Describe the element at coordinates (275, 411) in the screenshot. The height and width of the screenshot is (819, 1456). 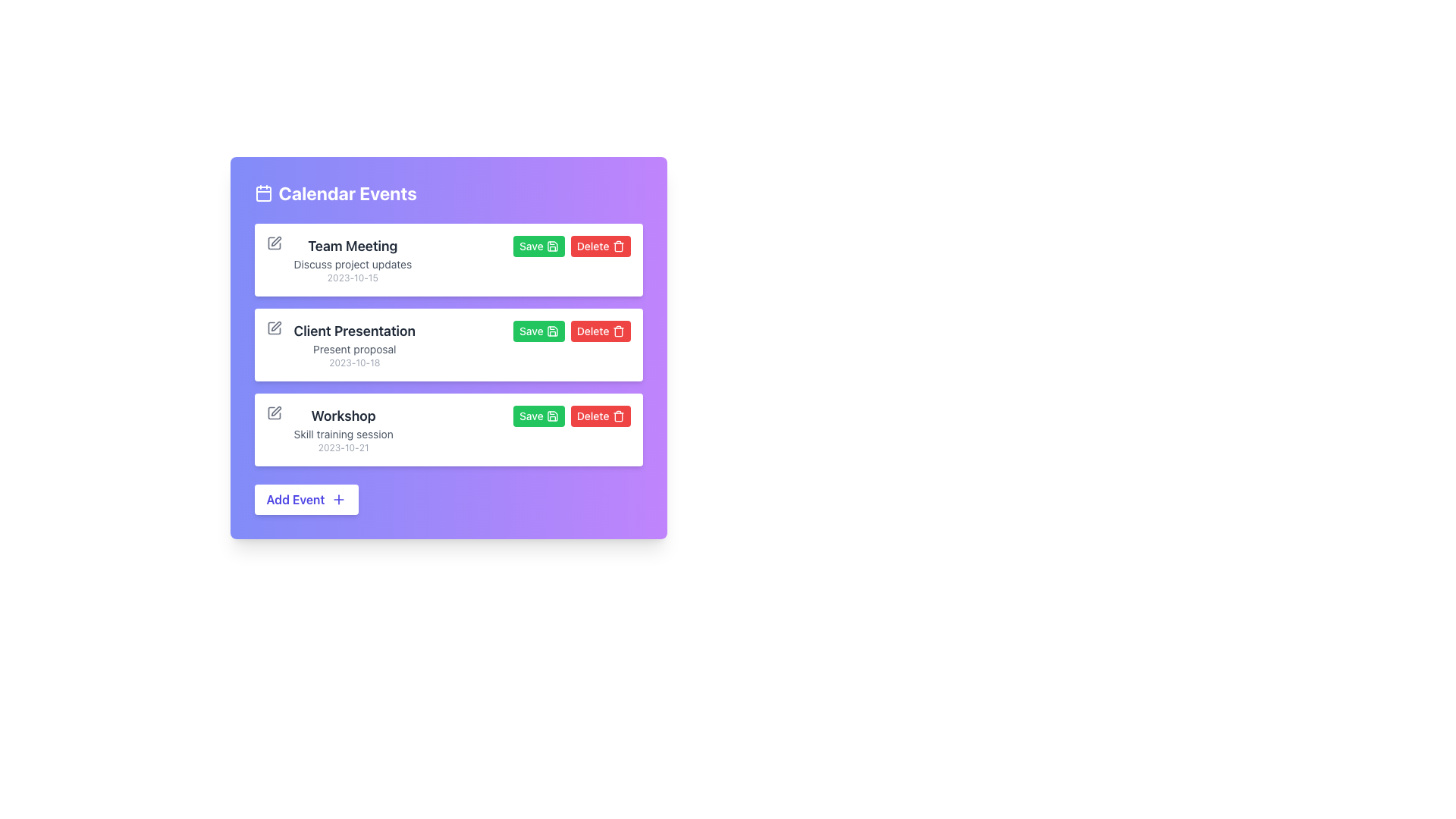
I see `the edit icon located to the left of the 'Workshop' event title in the calendar list to initiate editing` at that location.